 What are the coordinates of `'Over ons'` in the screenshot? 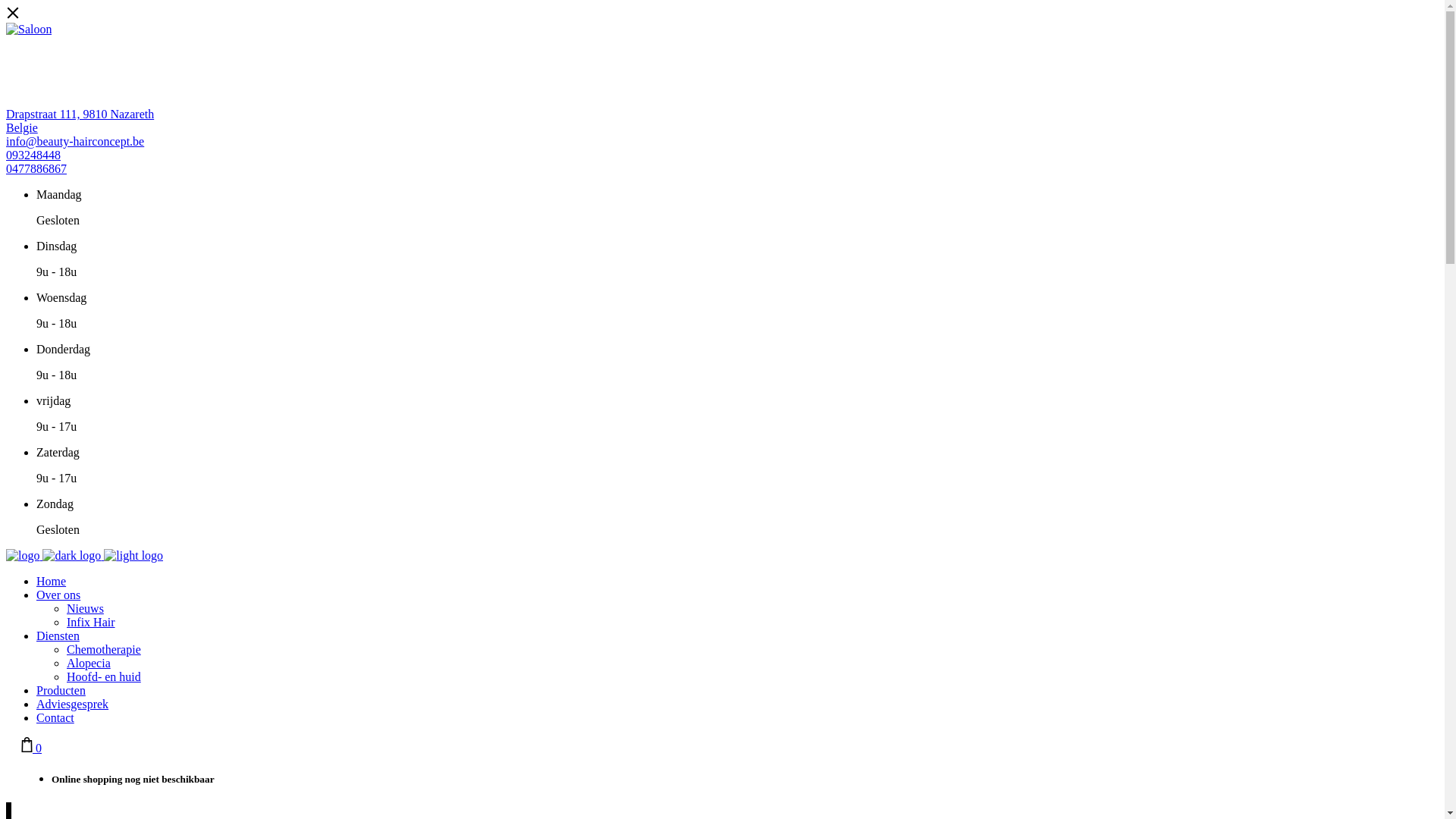 It's located at (58, 594).